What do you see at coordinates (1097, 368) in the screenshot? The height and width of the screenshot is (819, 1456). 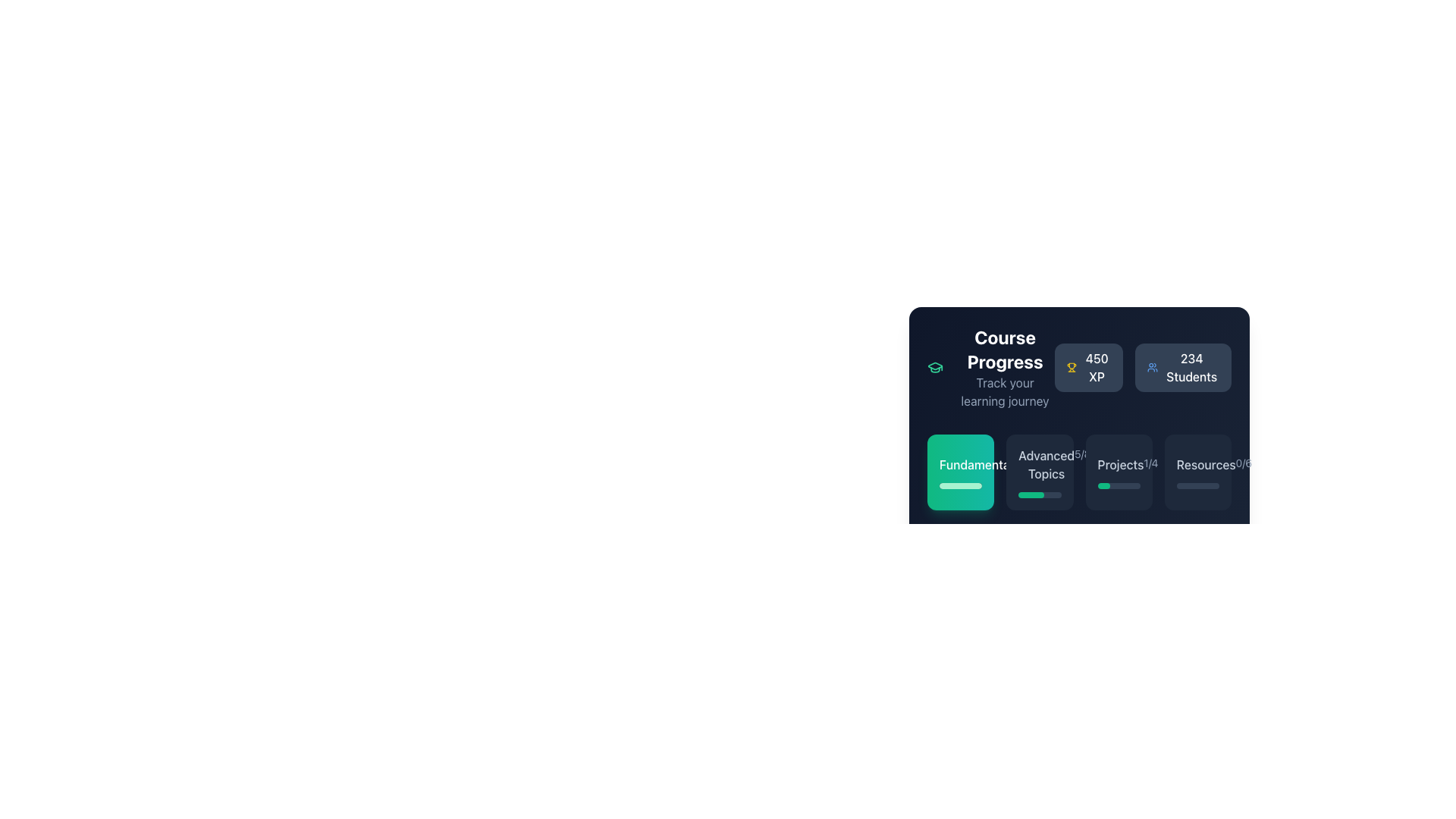 I see `the text label displaying '450 XP', which is styled in white font and indicates progress in the user interface module` at bounding box center [1097, 368].